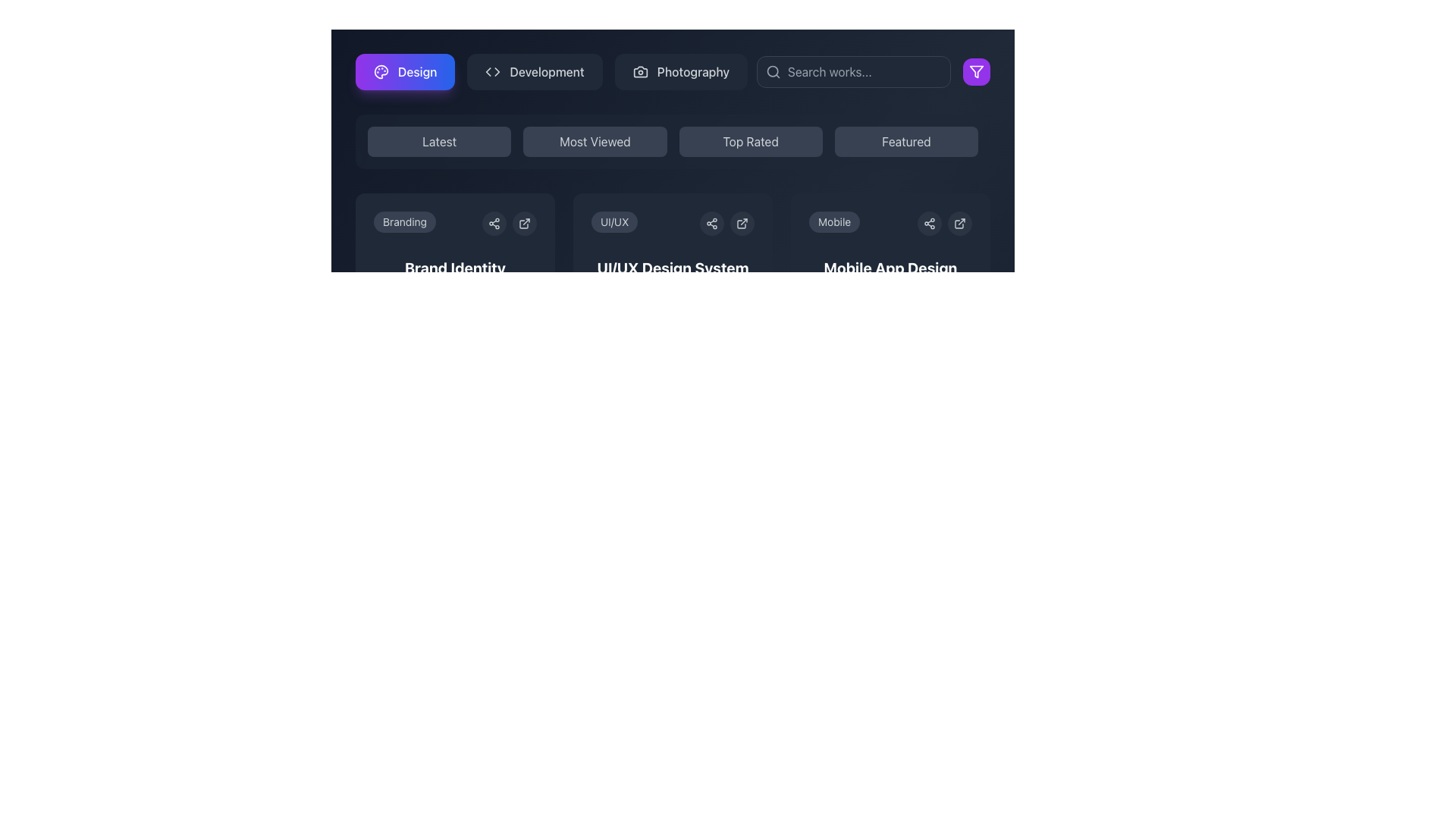 The image size is (1456, 819). What do you see at coordinates (494, 223) in the screenshot?
I see `the Share button icon located in the upper right corner of the card-like widget` at bounding box center [494, 223].